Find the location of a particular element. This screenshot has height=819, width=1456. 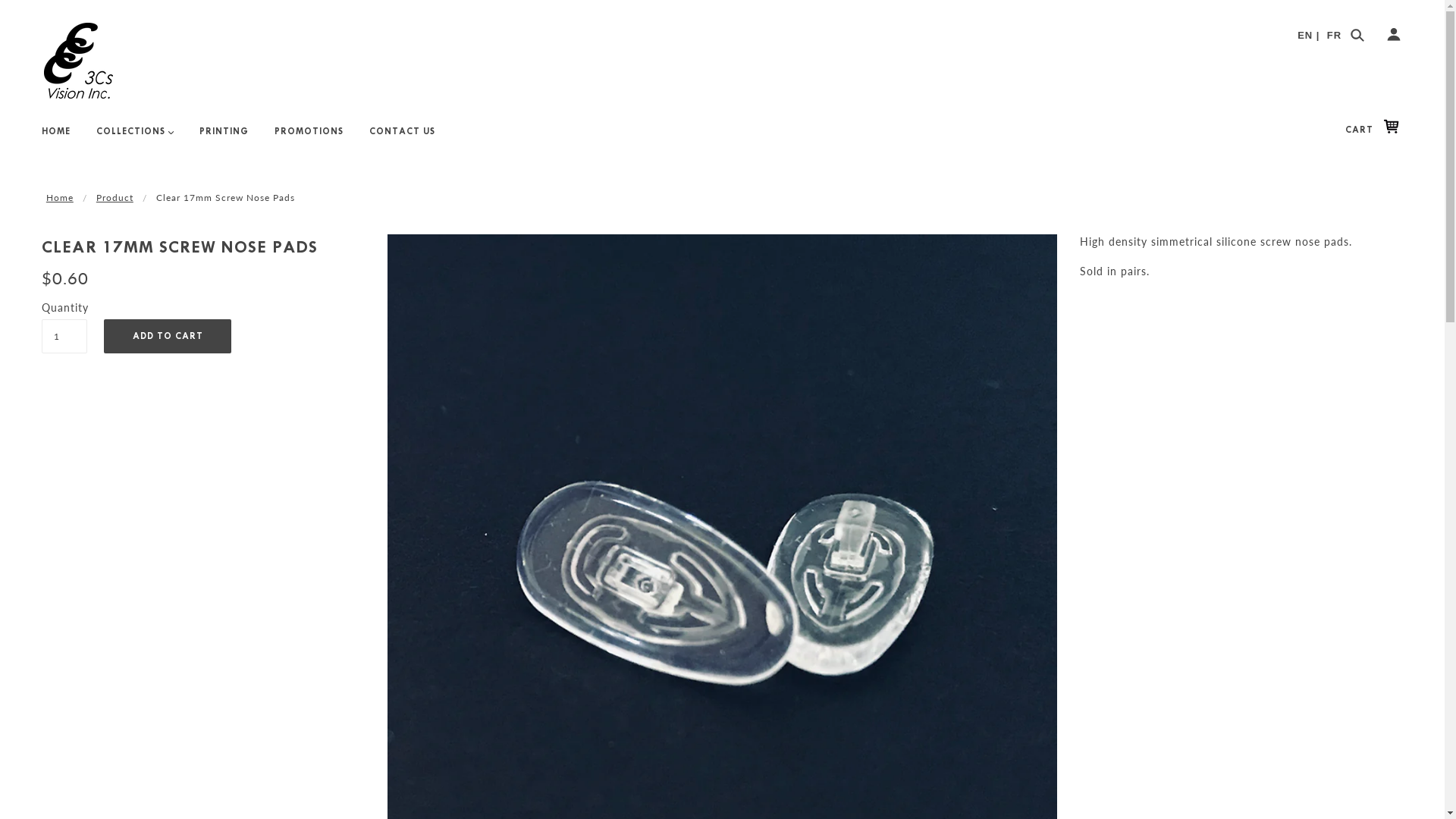

'EN |' is located at coordinates (1296, 34).